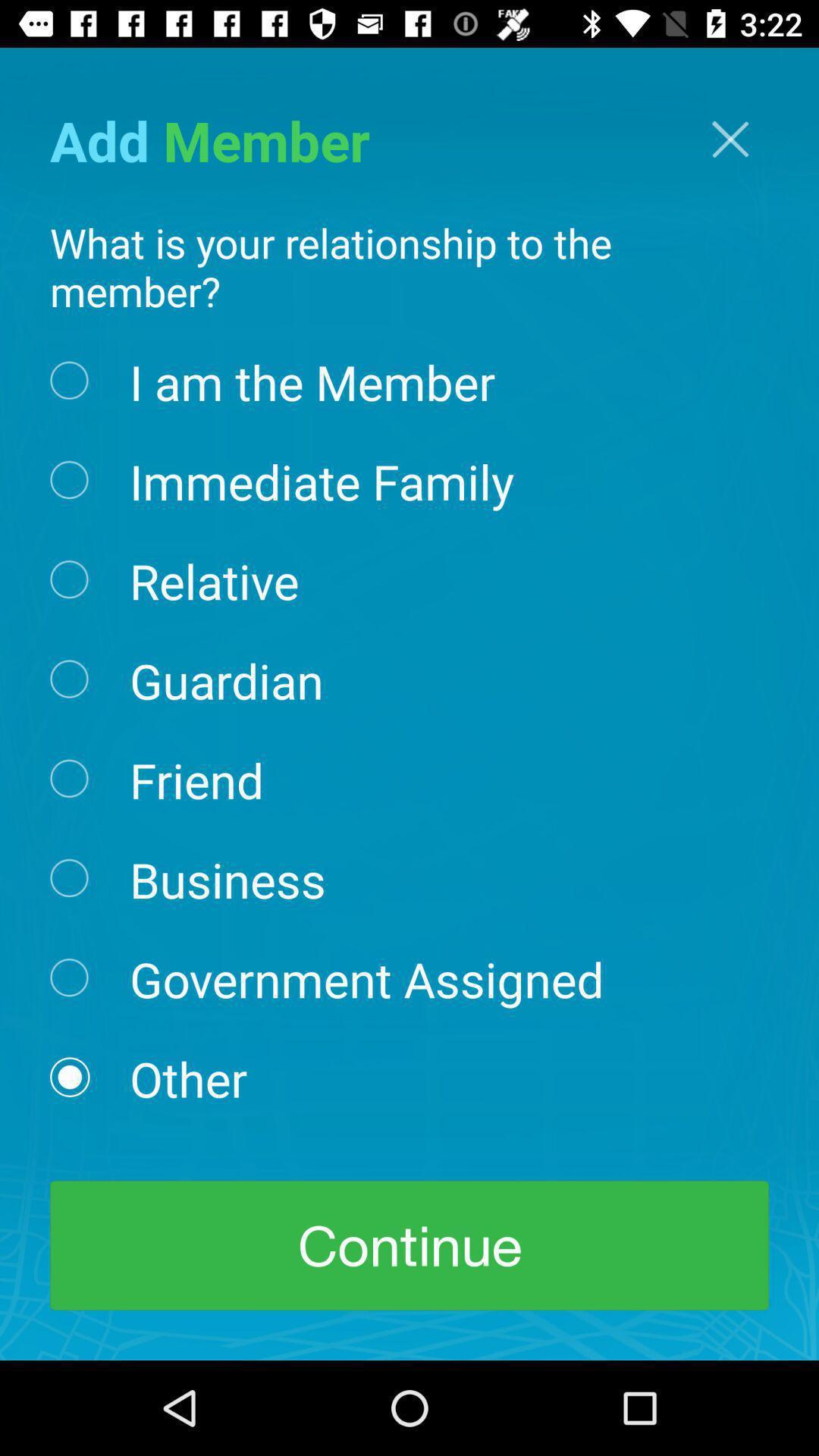 This screenshot has width=819, height=1456. I want to click on the government assigned item, so click(366, 978).